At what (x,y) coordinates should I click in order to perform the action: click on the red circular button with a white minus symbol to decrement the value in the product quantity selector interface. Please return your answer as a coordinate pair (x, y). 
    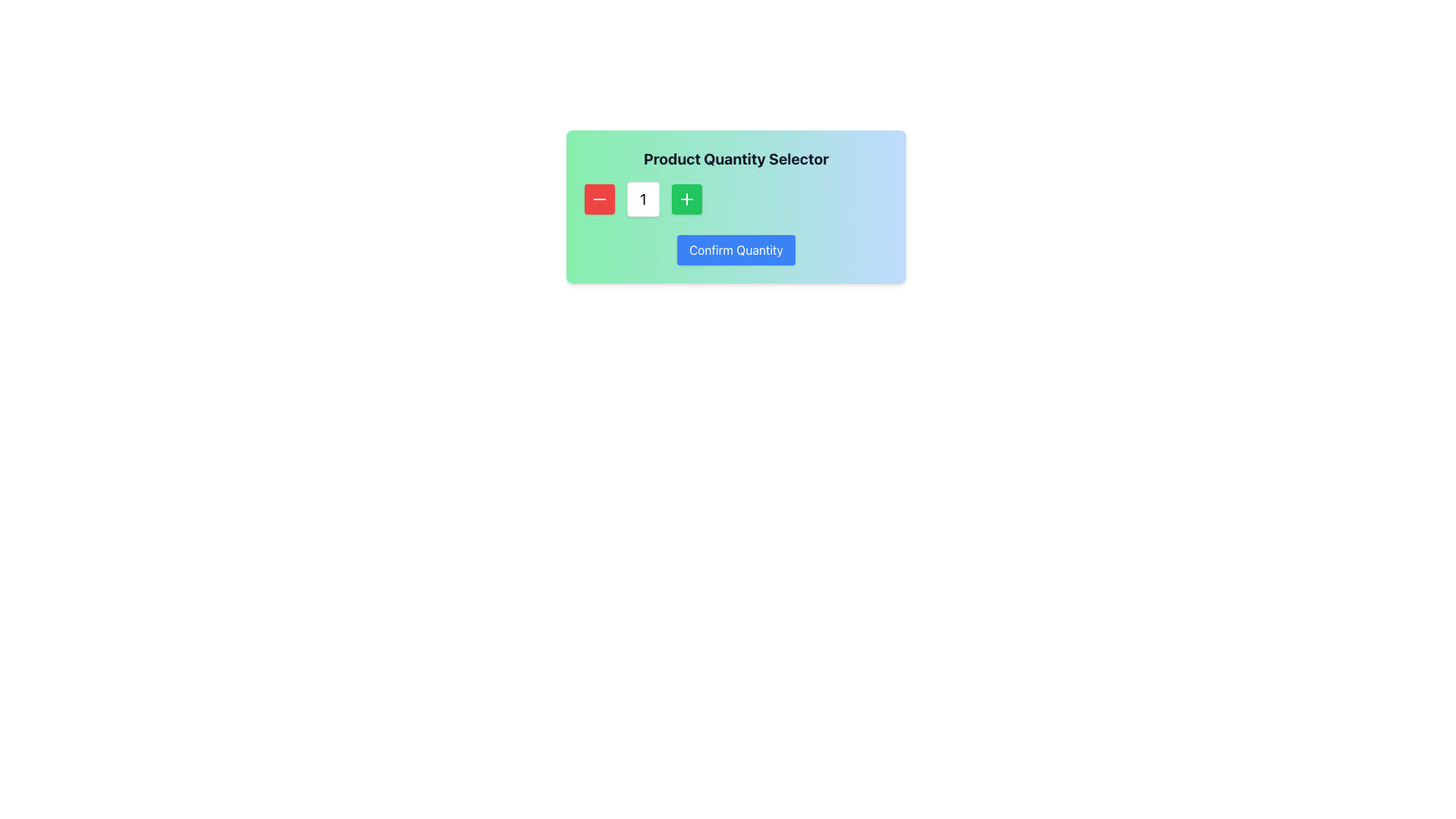
    Looking at the image, I should click on (599, 198).